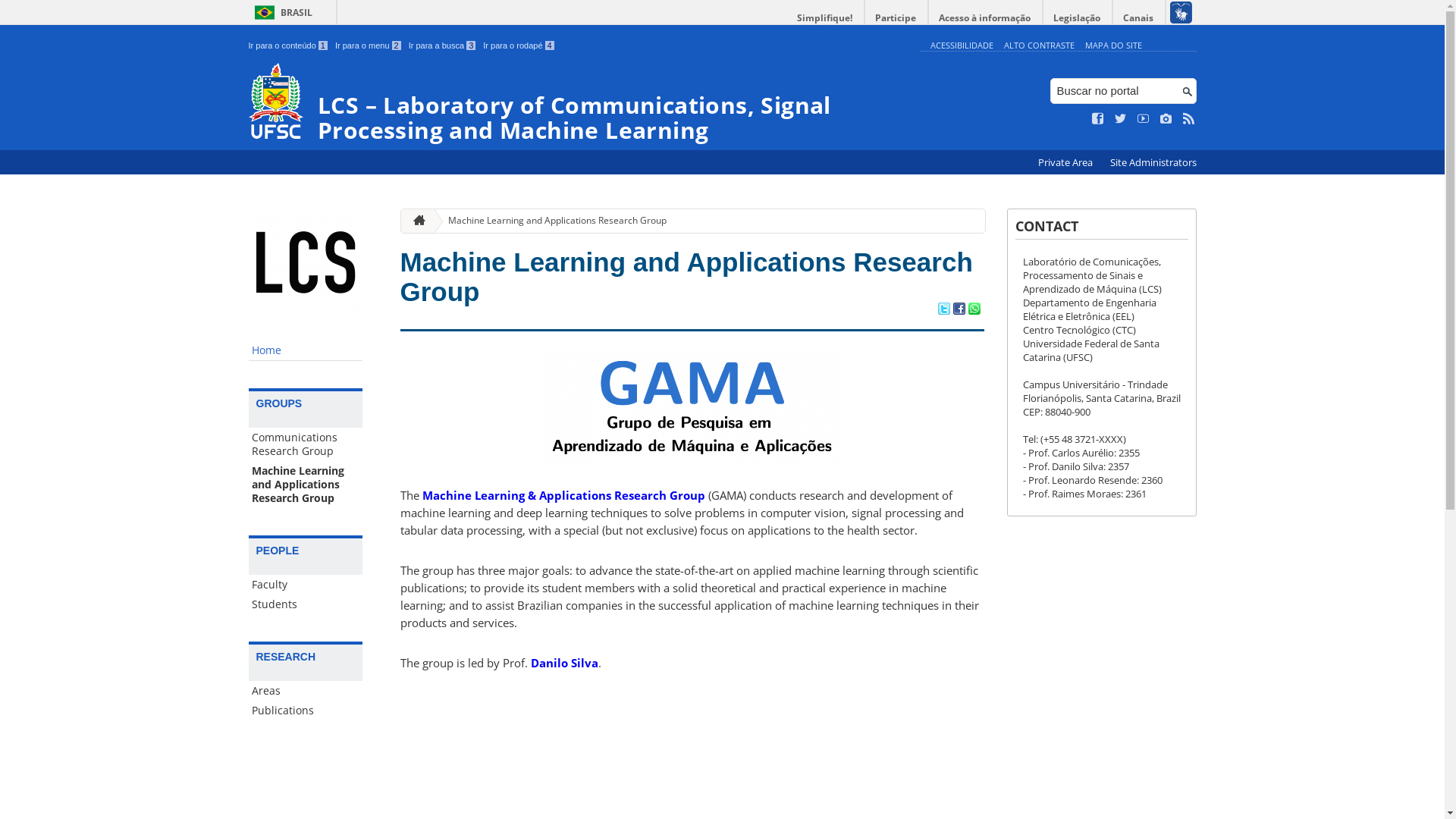 The height and width of the screenshot is (819, 1456). I want to click on 'Canais', so click(1139, 17).